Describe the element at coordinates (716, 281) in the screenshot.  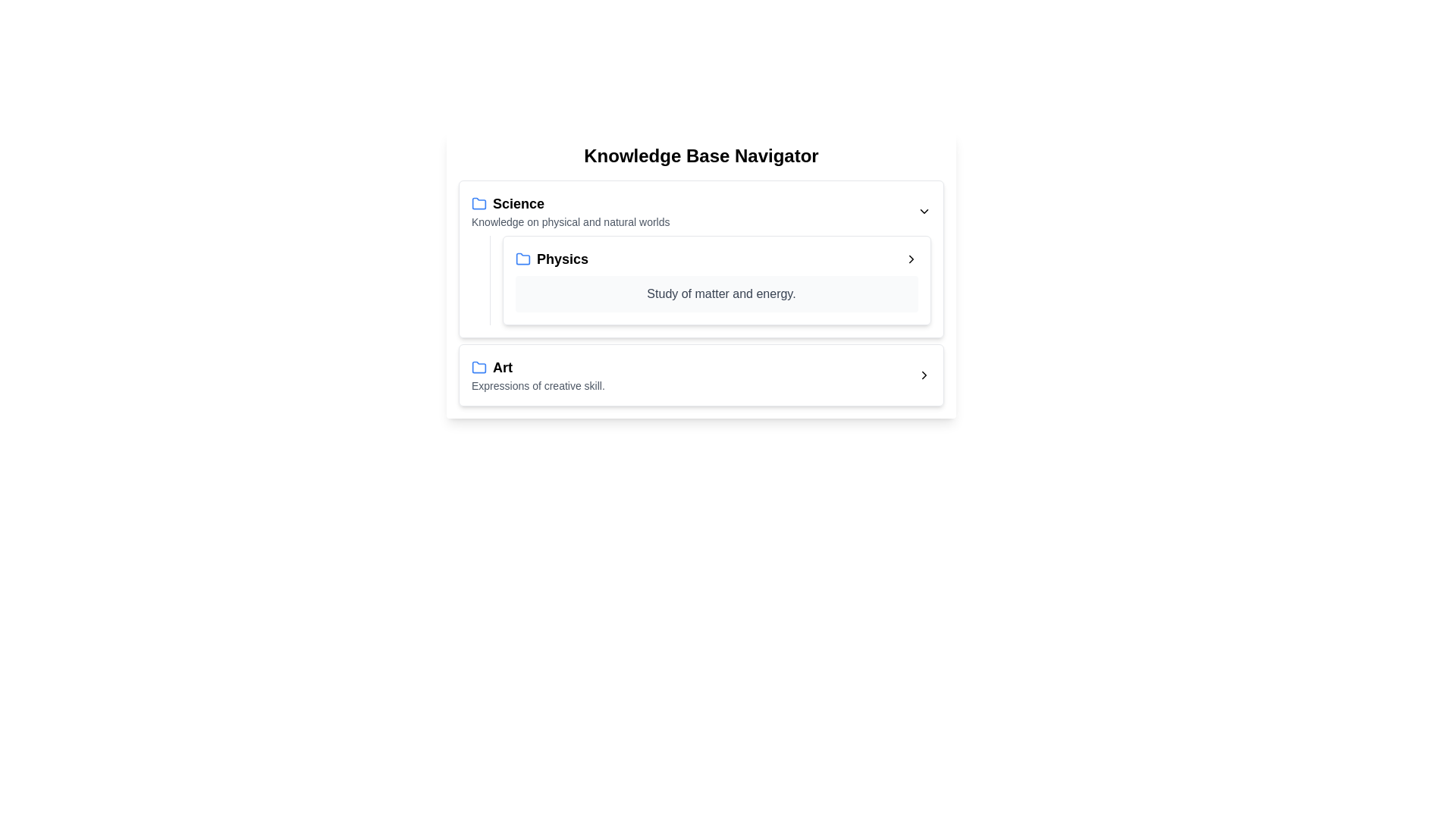
I see `the 'Physics' list item under the 'Science' section` at that location.